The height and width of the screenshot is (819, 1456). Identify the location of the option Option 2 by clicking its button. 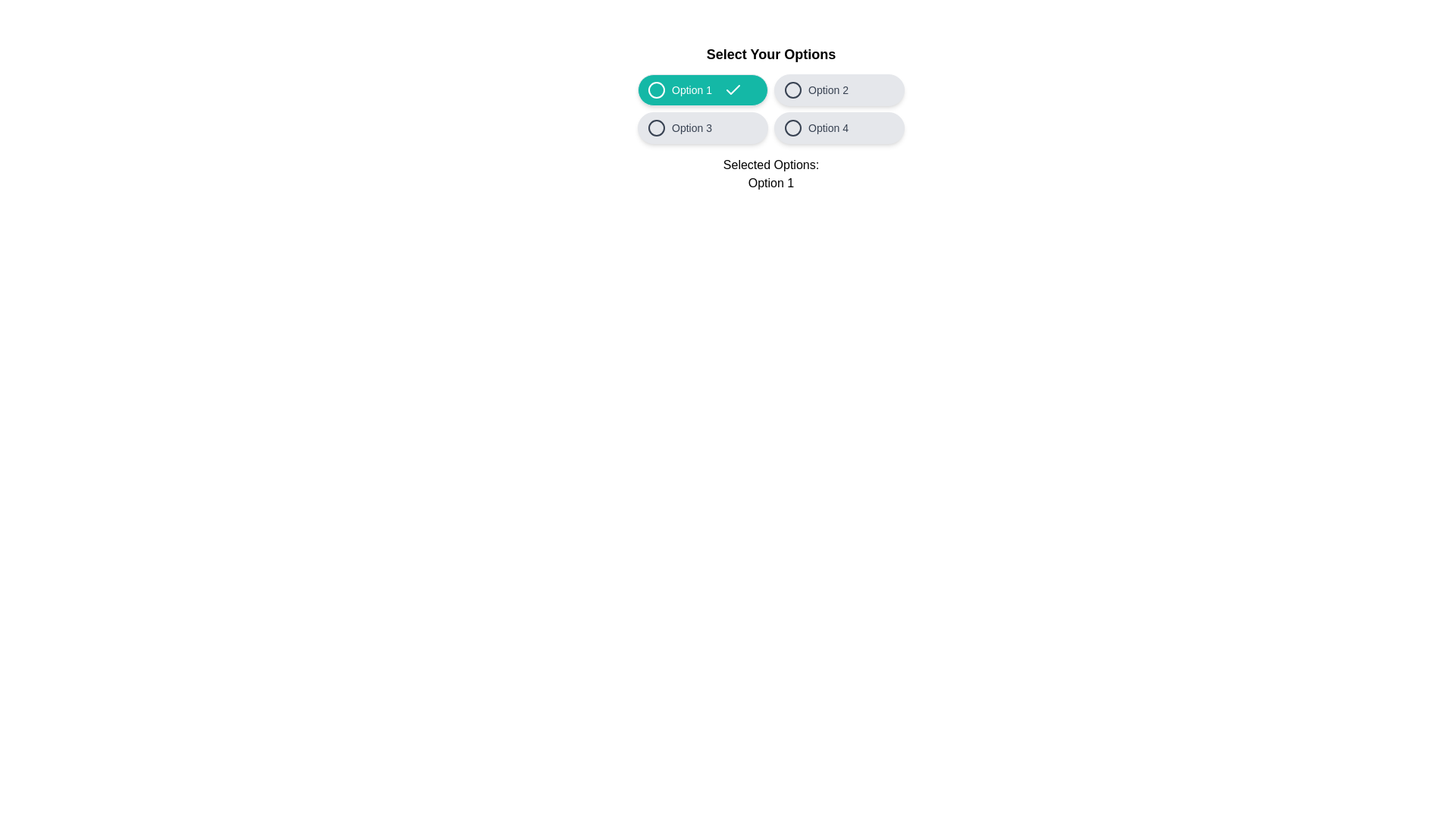
(839, 90).